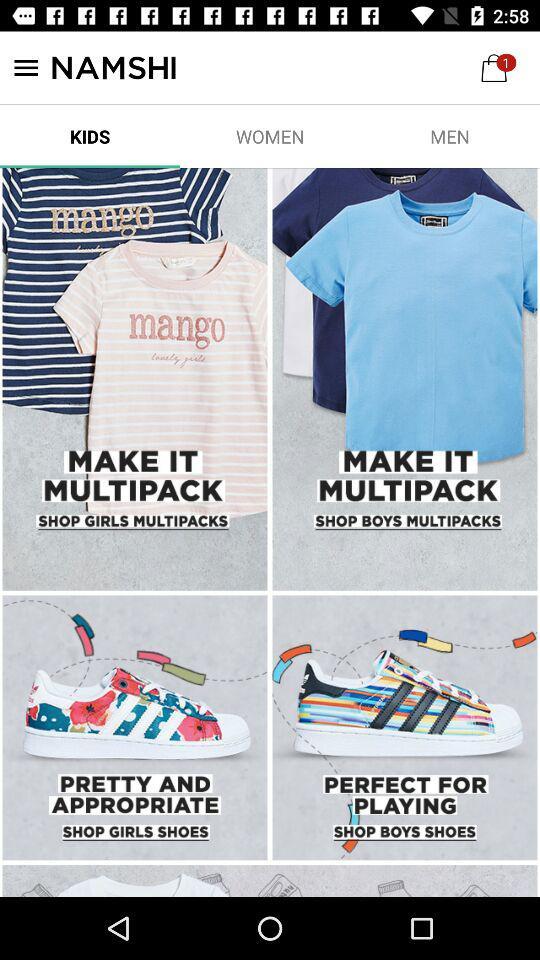 The height and width of the screenshot is (960, 540). I want to click on the kids icon, so click(89, 135).